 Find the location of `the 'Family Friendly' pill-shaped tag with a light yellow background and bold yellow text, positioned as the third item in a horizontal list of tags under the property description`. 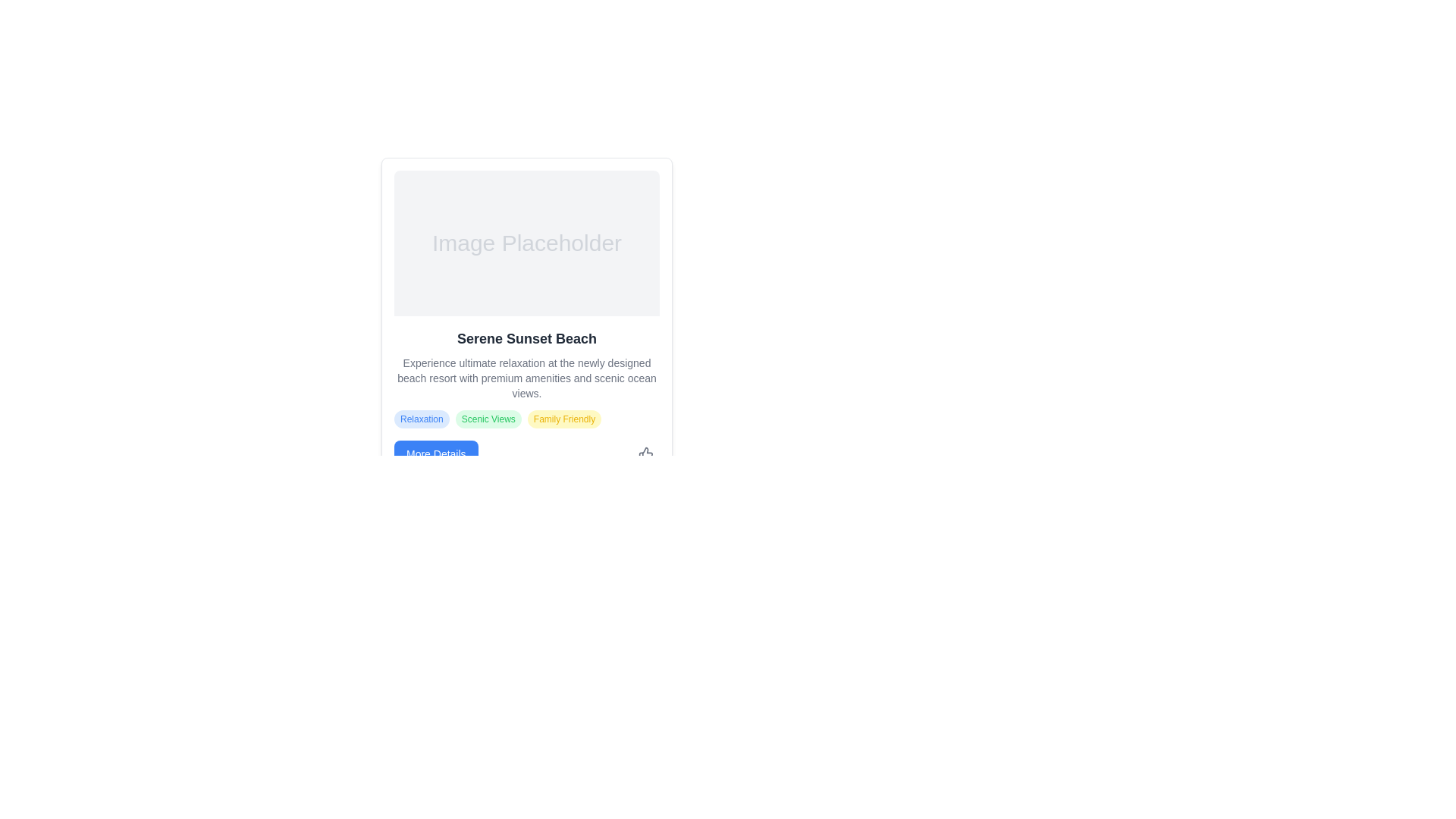

the 'Family Friendly' pill-shaped tag with a light yellow background and bold yellow text, positioned as the third item in a horizontal list of tags under the property description is located at coordinates (563, 419).